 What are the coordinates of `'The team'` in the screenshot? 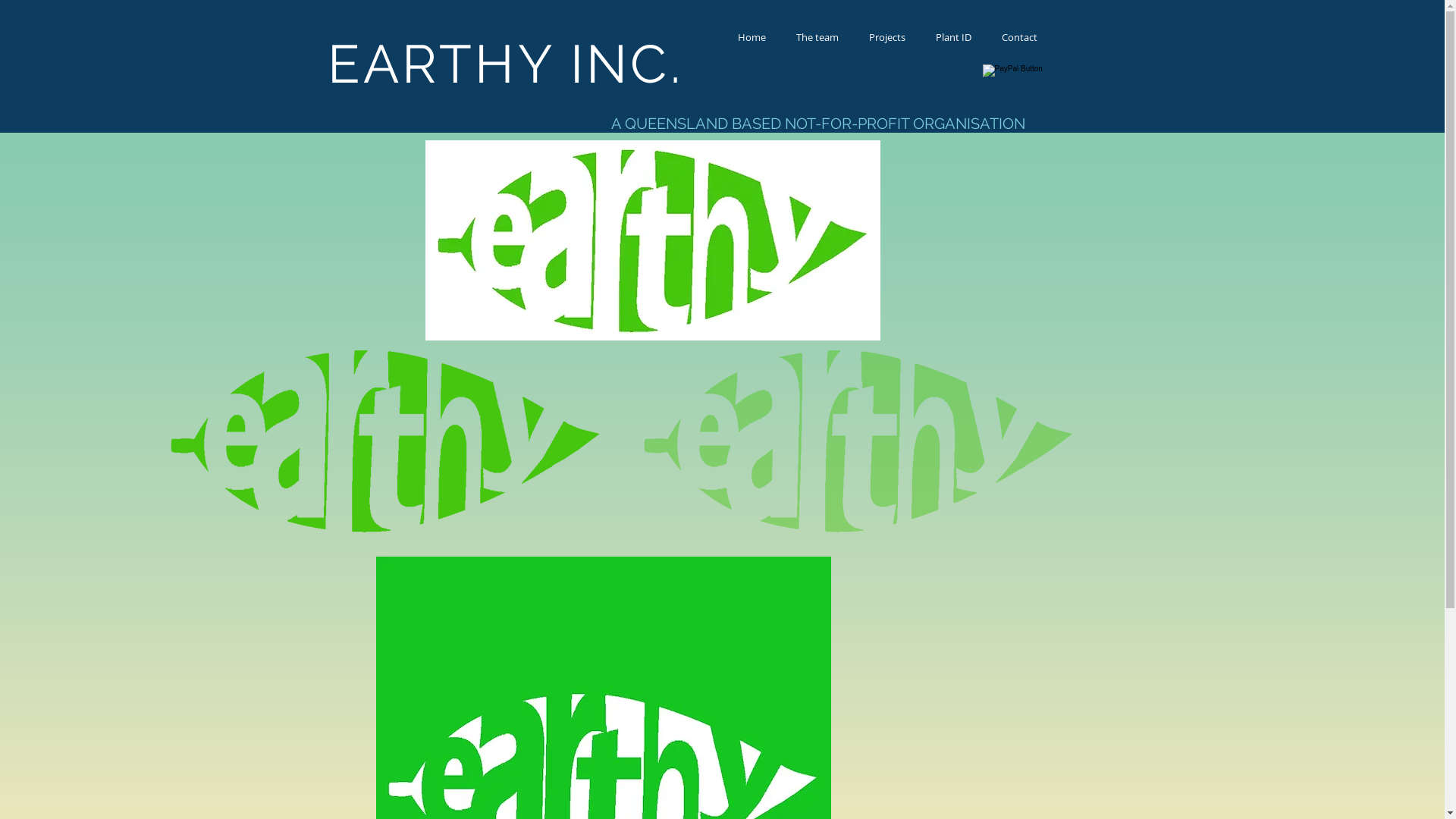 It's located at (817, 36).